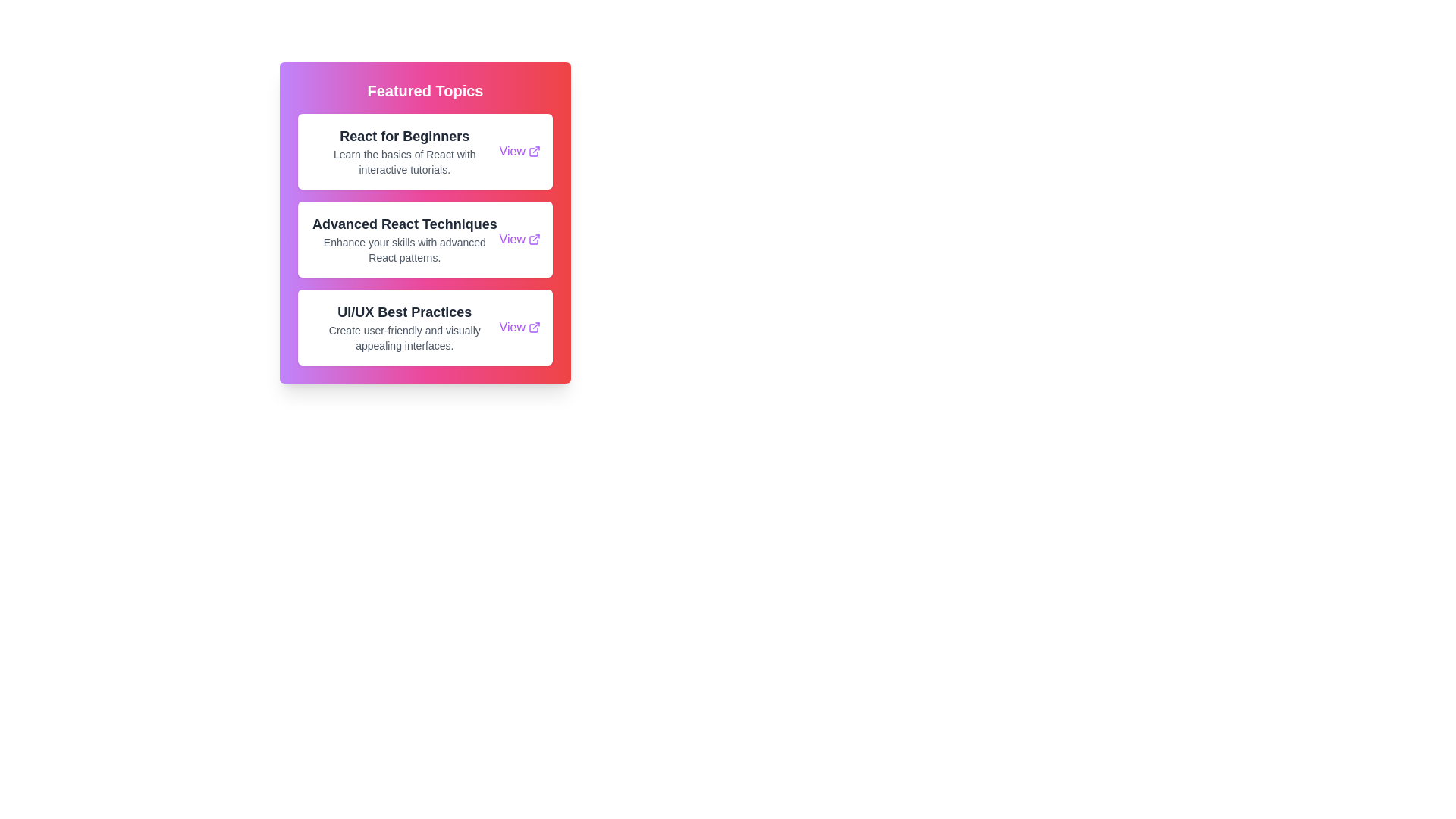 Image resolution: width=1456 pixels, height=819 pixels. What do you see at coordinates (404, 239) in the screenshot?
I see `the text block titled 'Advanced React Techniques' which contains the subtitle 'Enhance your skills with advanced React patterns.'` at bounding box center [404, 239].